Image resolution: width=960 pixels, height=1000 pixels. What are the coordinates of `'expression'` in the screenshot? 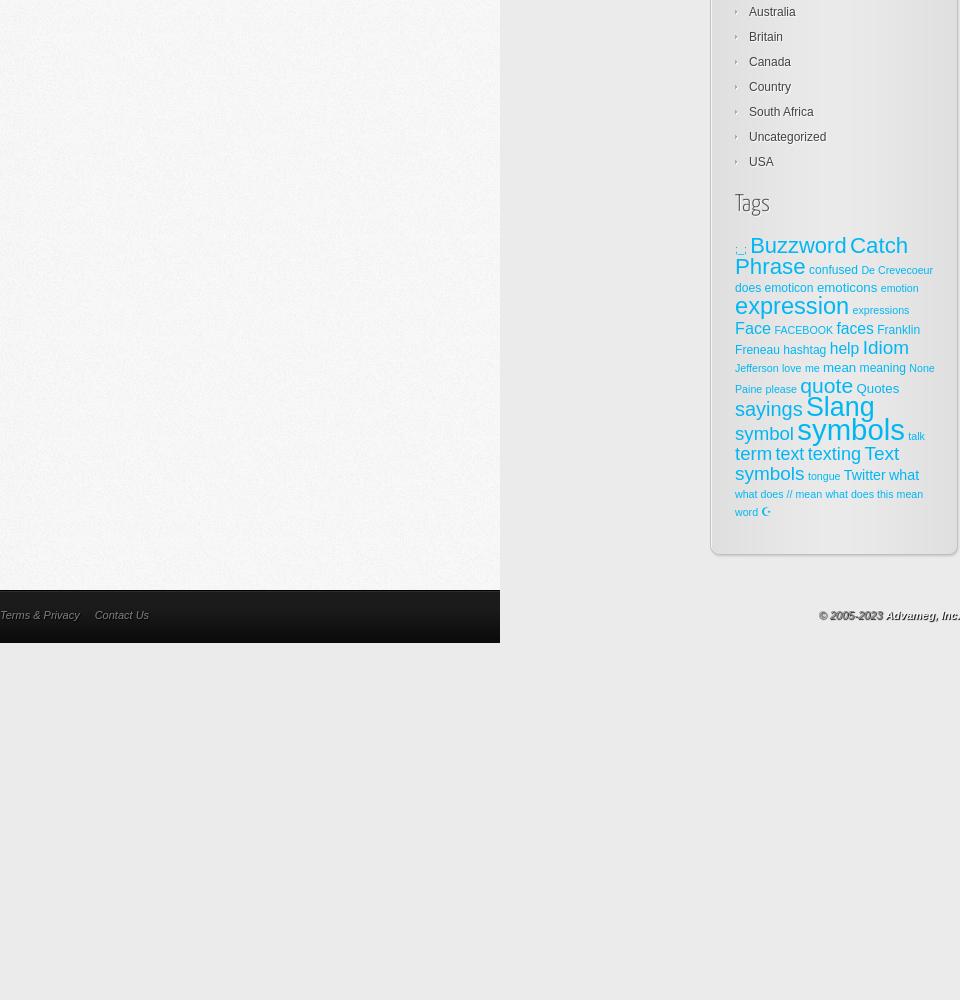 It's located at (792, 306).